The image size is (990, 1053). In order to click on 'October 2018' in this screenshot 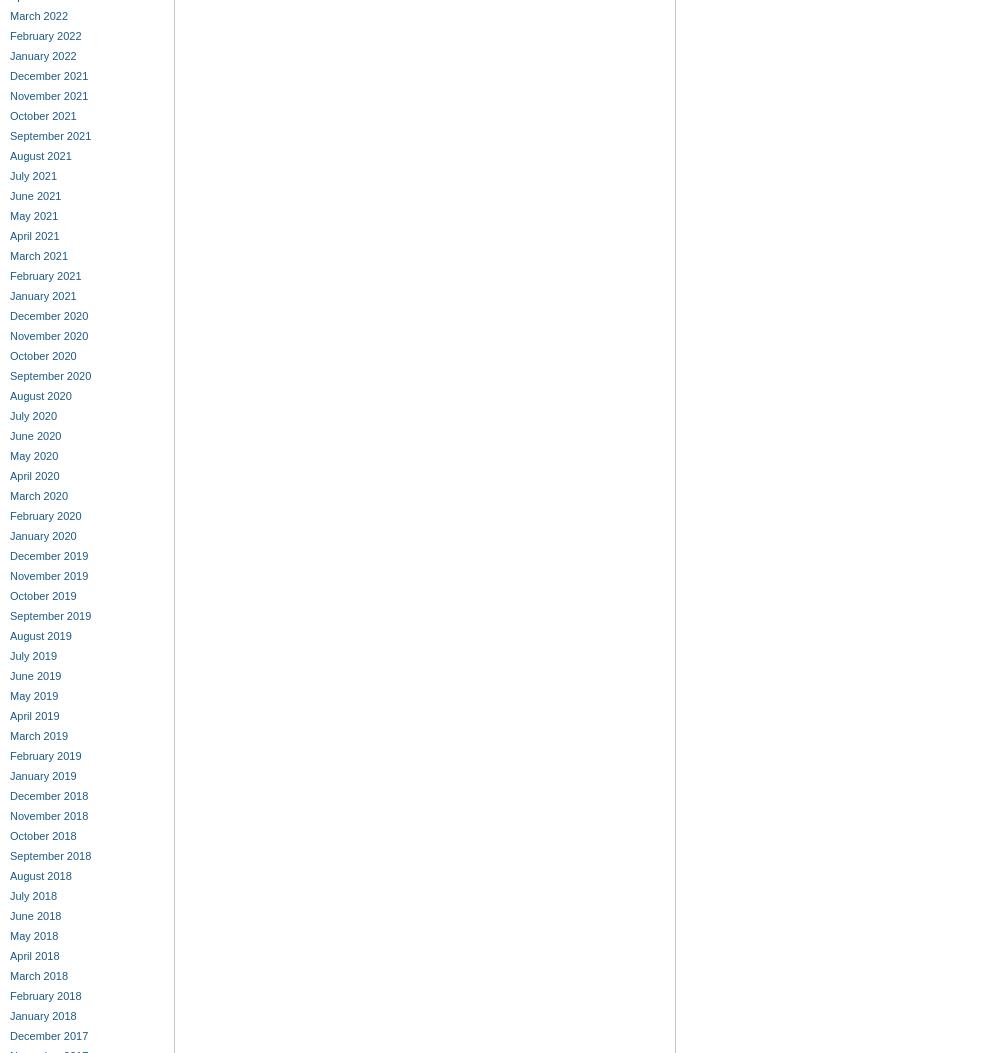, I will do `click(41, 834)`.